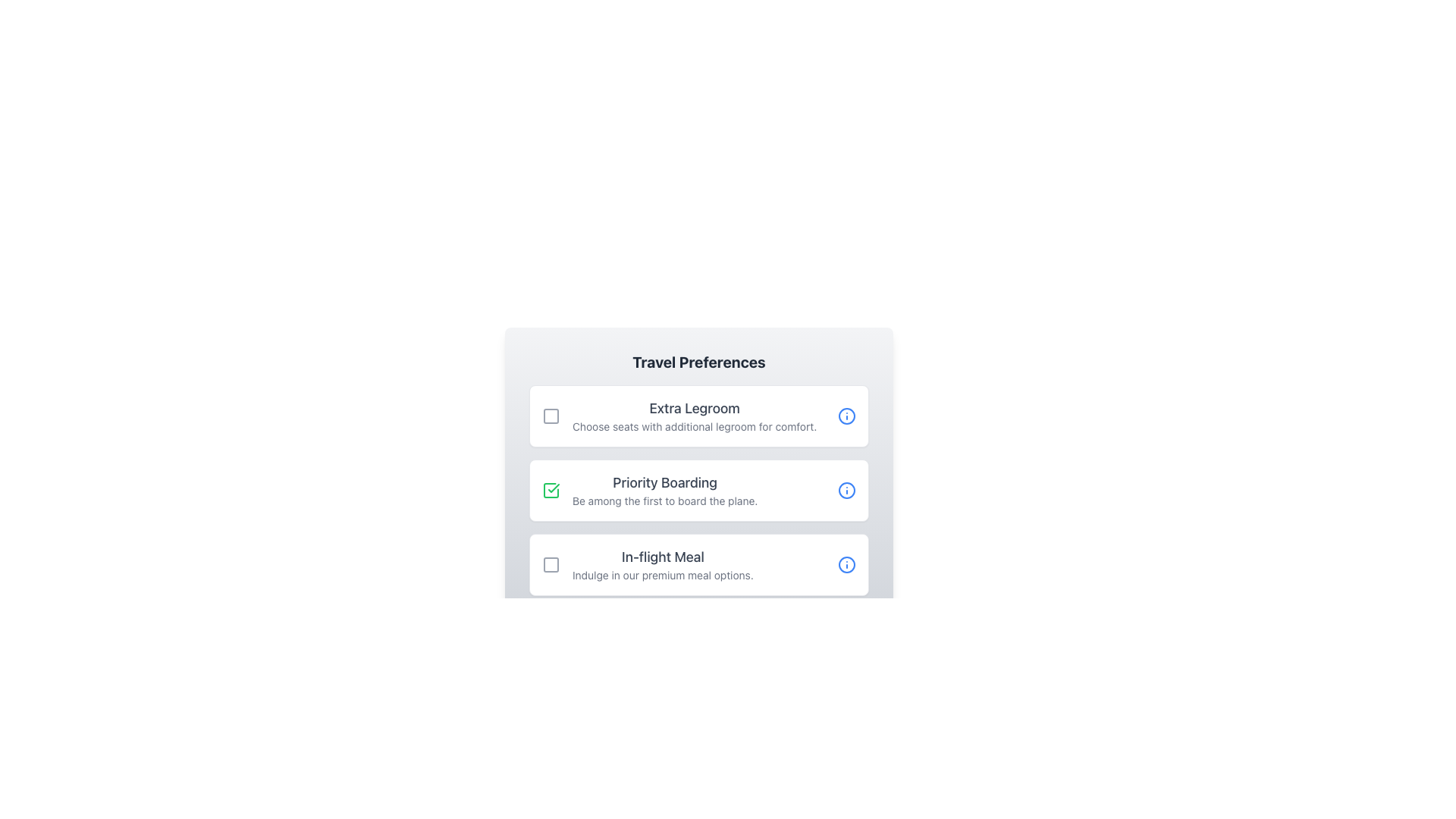 This screenshot has width=1456, height=819. What do you see at coordinates (663, 564) in the screenshot?
I see `the text description block that informs users about in-flight meal options, which is the third item in the 'Travel Preferences' panel, located between 'Priority Boarding' and subsequent items` at bounding box center [663, 564].